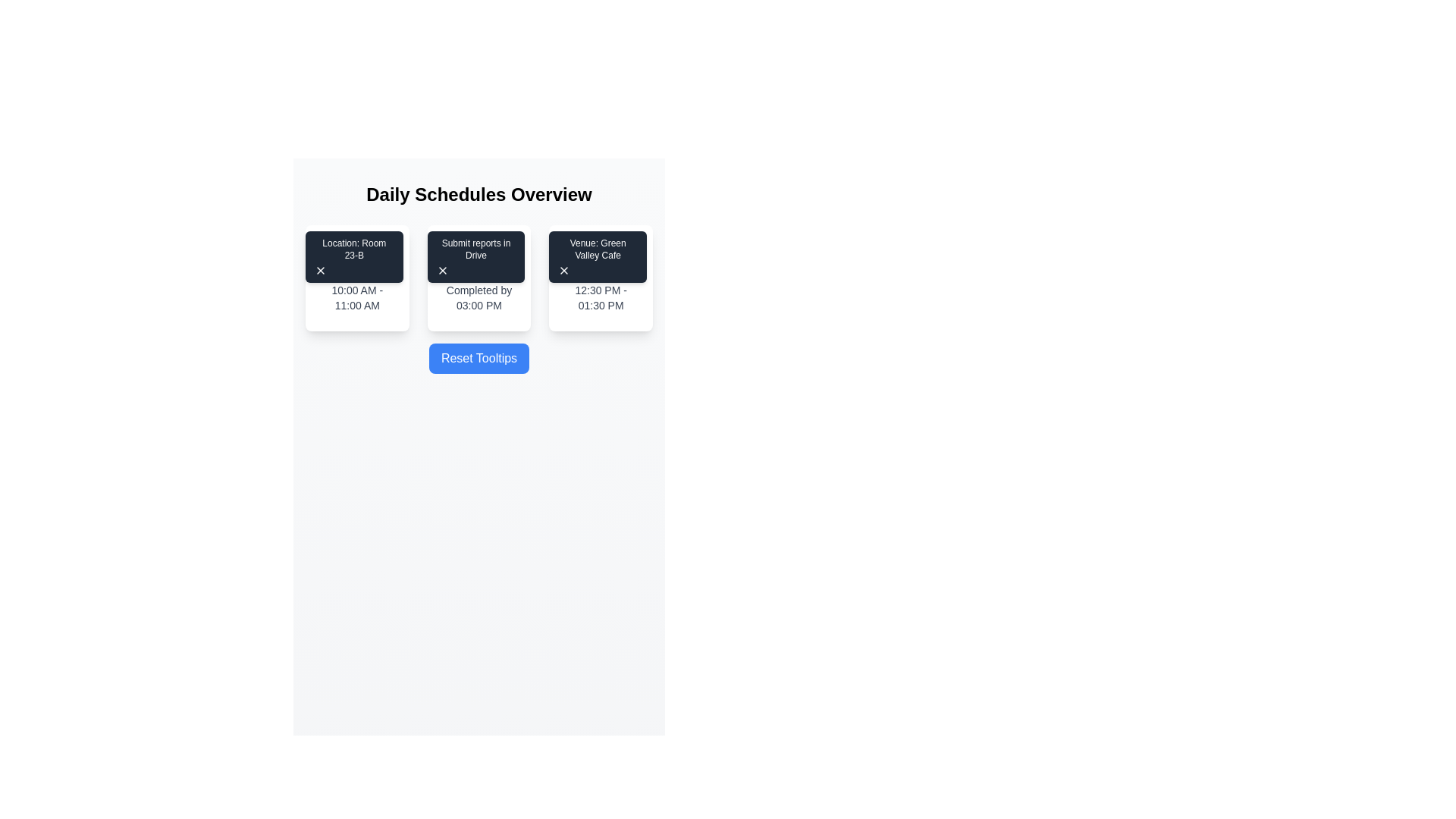 The image size is (1456, 819). Describe the element at coordinates (563, 270) in the screenshot. I see `the 'X' icon button in the top-right corner of the card displaying 'Venue: Green Valley Cafe'` at that location.